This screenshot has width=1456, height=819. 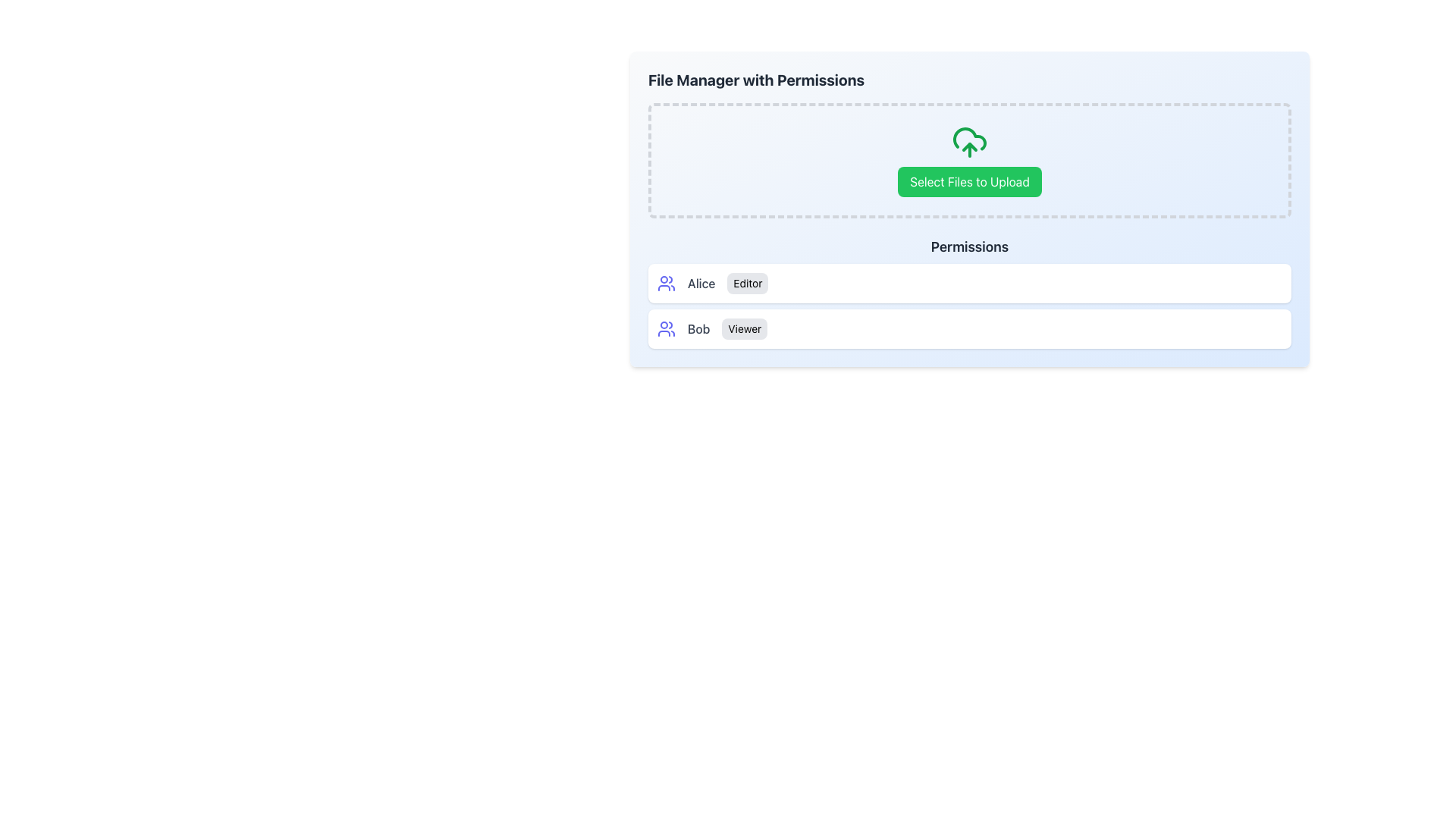 What do you see at coordinates (745, 328) in the screenshot?
I see `the static text label 'Viewer' with a light gray background and rounded corners, which is located in the permissions panel under the name 'Bob'` at bounding box center [745, 328].